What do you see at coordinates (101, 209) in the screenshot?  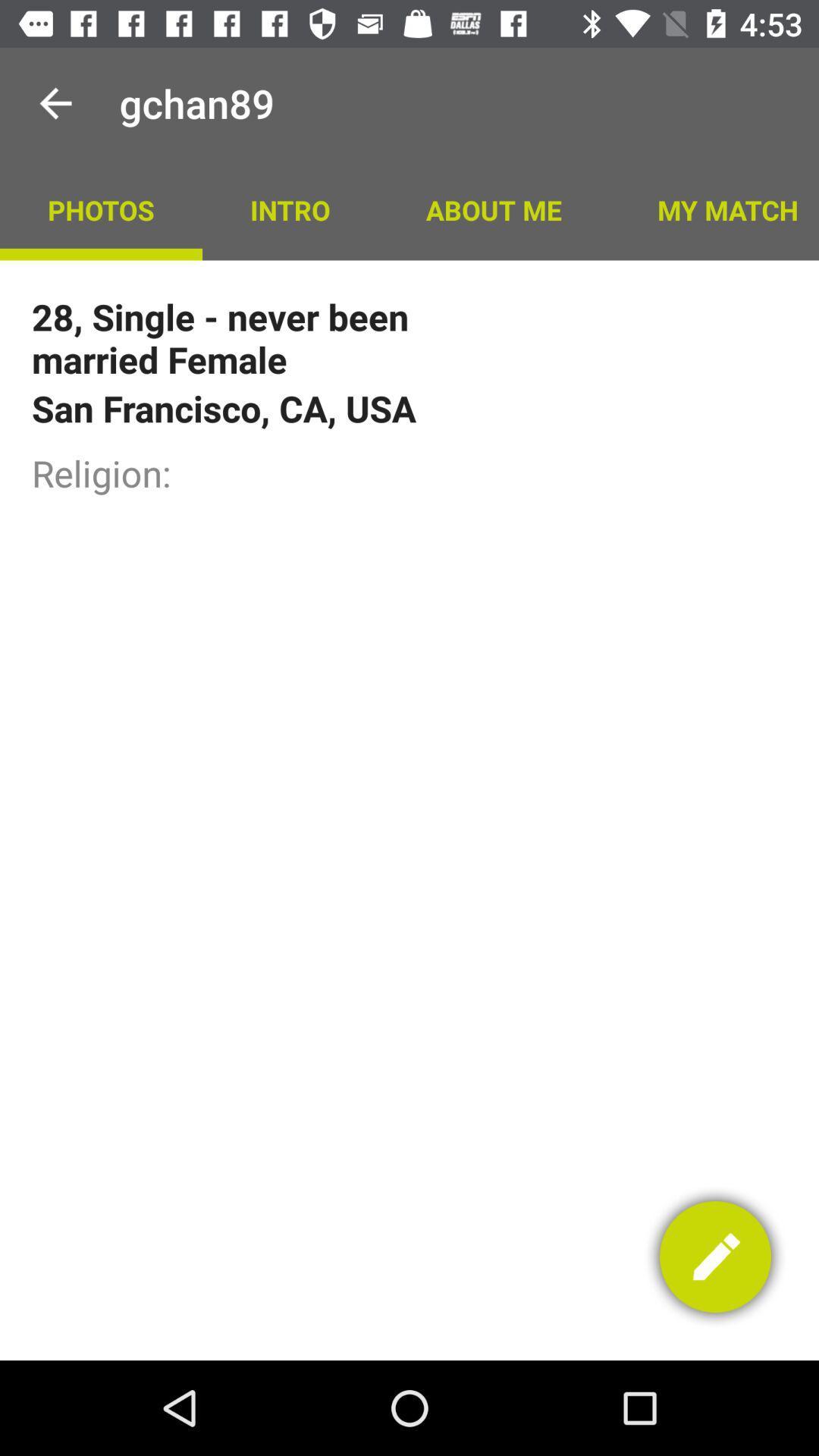 I see `the icon next to intro app` at bounding box center [101, 209].